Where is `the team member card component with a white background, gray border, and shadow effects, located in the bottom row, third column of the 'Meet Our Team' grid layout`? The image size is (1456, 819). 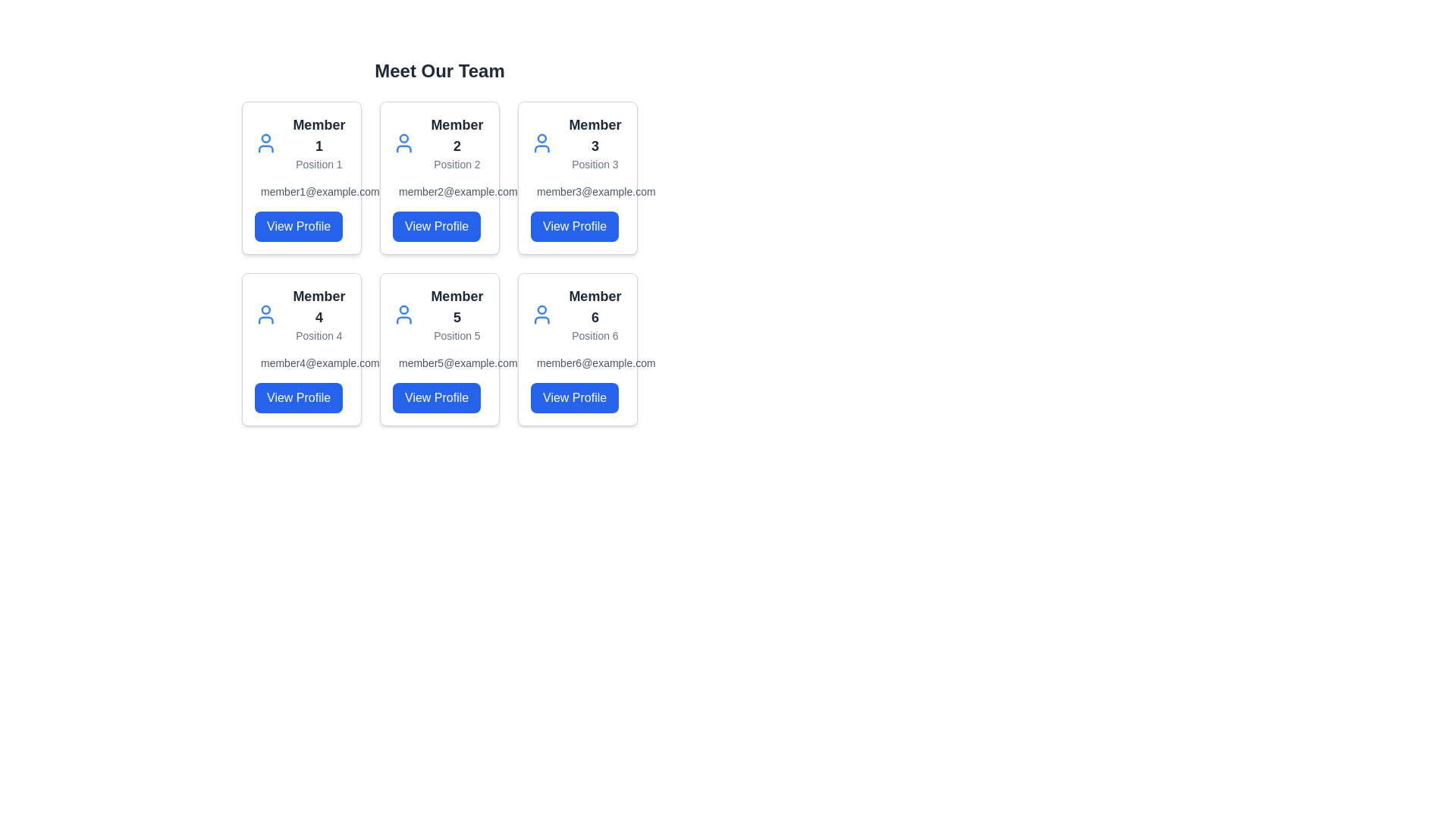
the team member card component with a white background, gray border, and shadow effects, located in the bottom row, third column of the 'Meet Our Team' grid layout is located at coordinates (577, 350).